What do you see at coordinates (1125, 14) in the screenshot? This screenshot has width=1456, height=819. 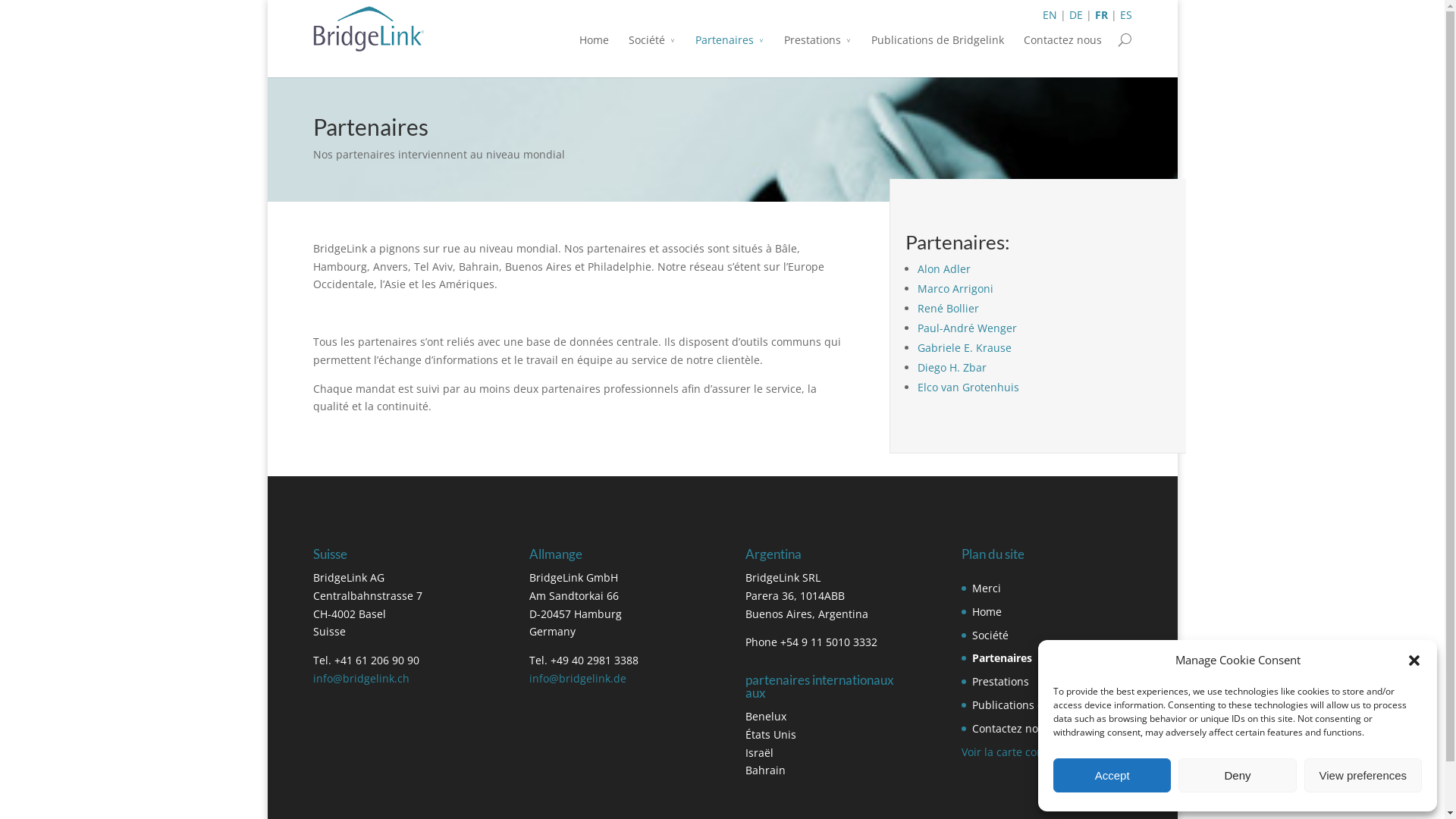 I see `'ES'` at bounding box center [1125, 14].